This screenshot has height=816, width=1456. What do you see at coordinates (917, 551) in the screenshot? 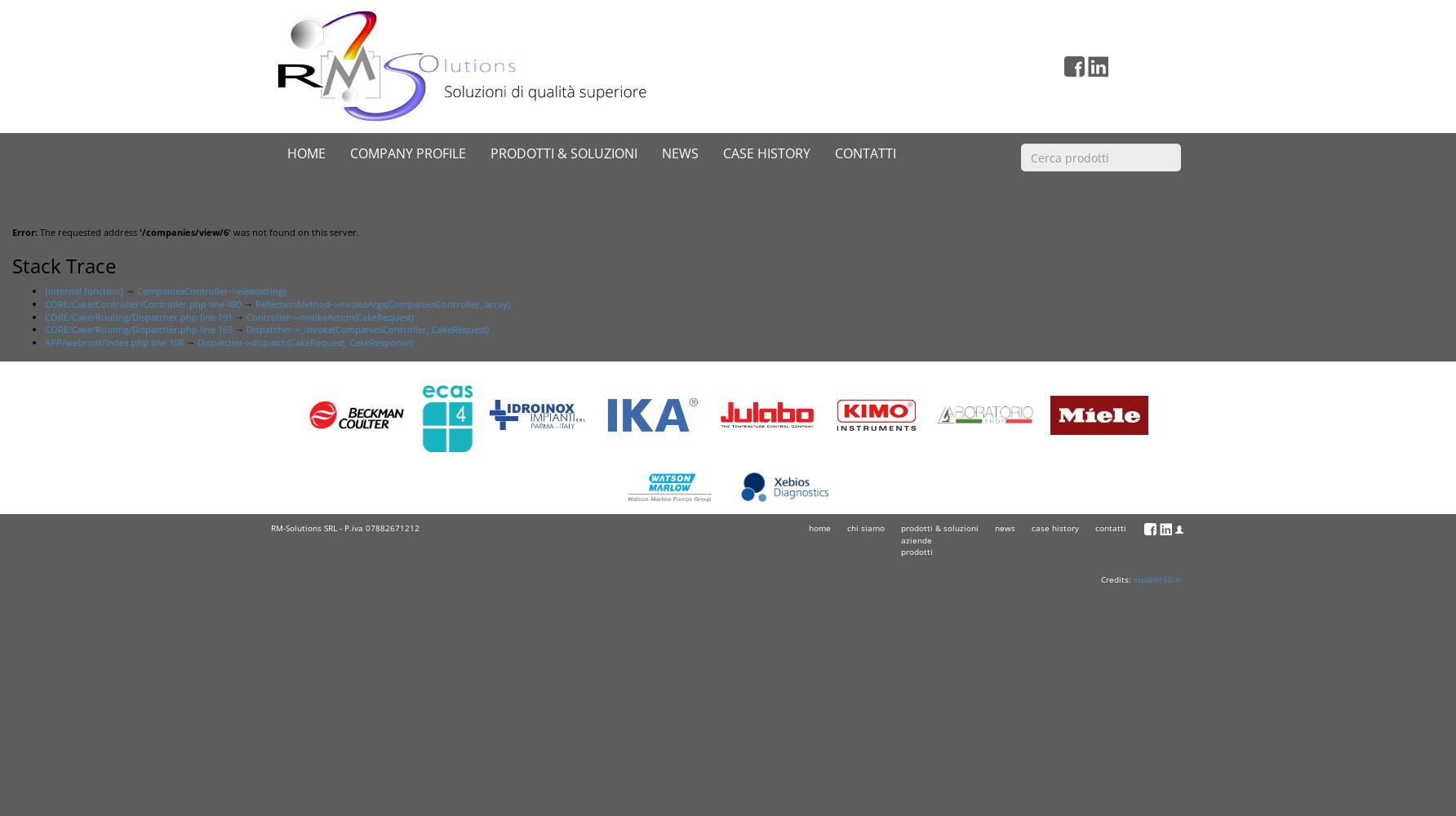
I see `'prodotti'` at bounding box center [917, 551].